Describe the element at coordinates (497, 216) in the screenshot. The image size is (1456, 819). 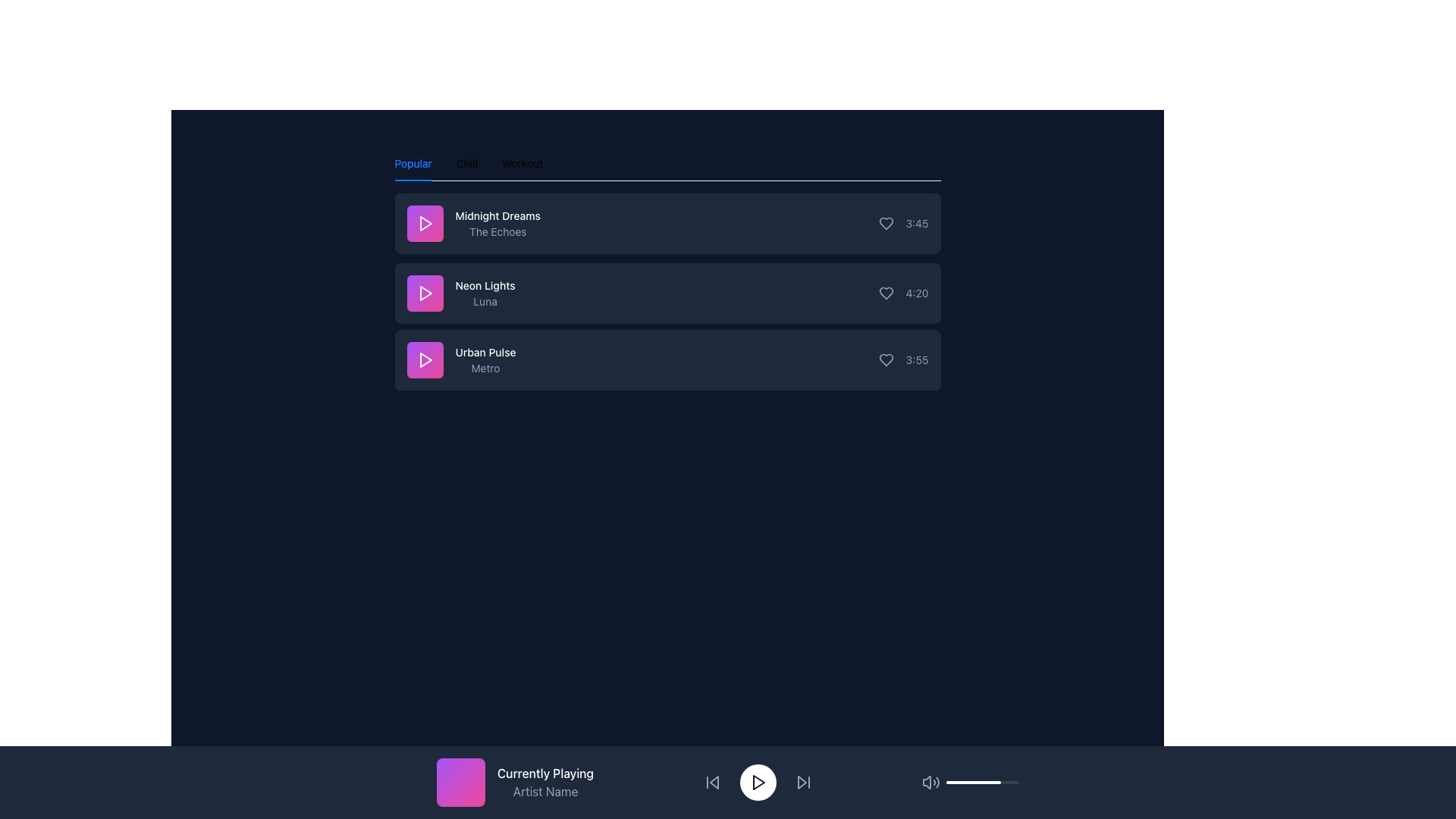
I see `text 'Midnight Dreams' from the main title of the first list item under the 'Popular' tab` at that location.